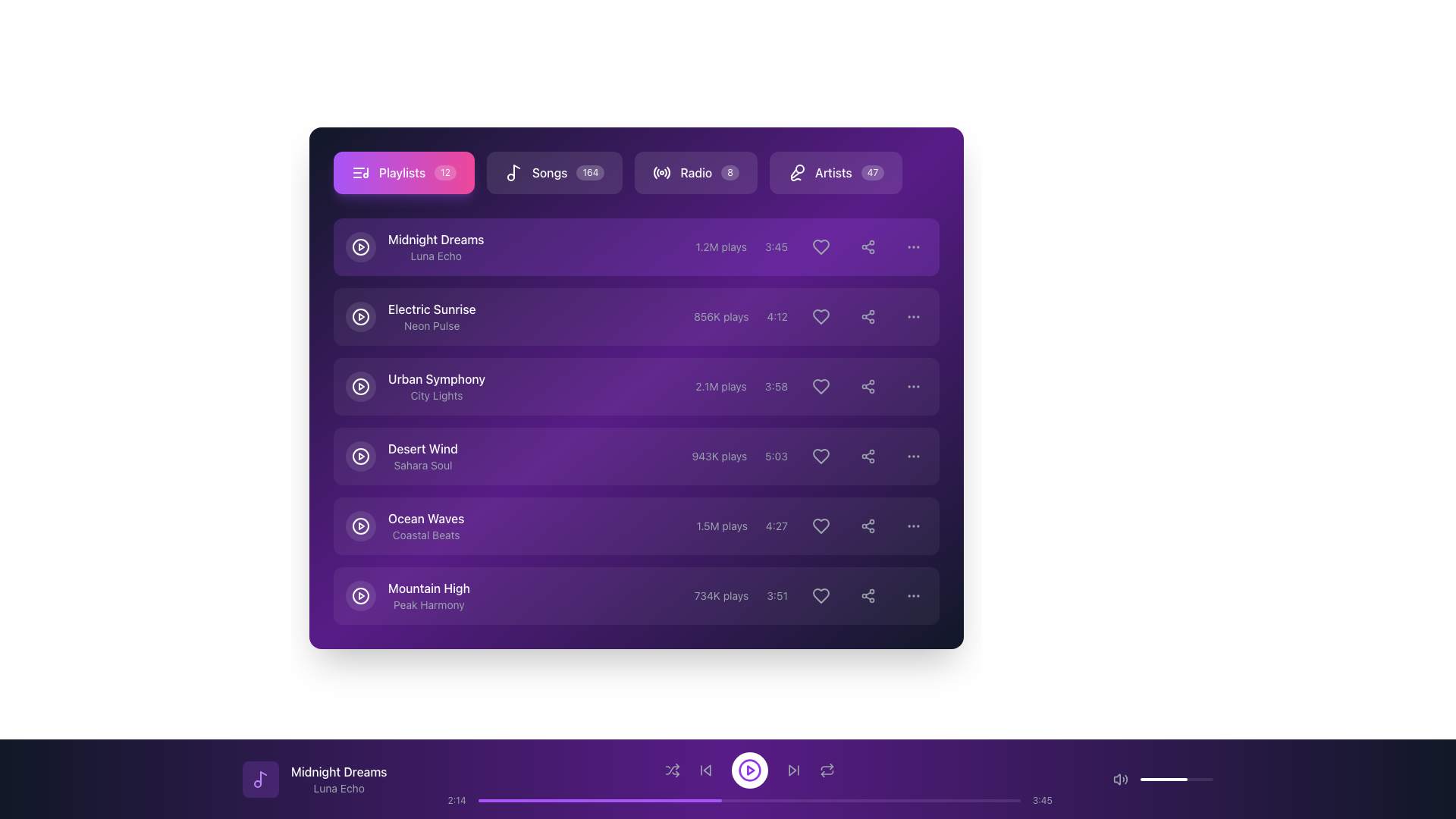 The height and width of the screenshot is (819, 1456). I want to click on playback time, so click(900, 800).